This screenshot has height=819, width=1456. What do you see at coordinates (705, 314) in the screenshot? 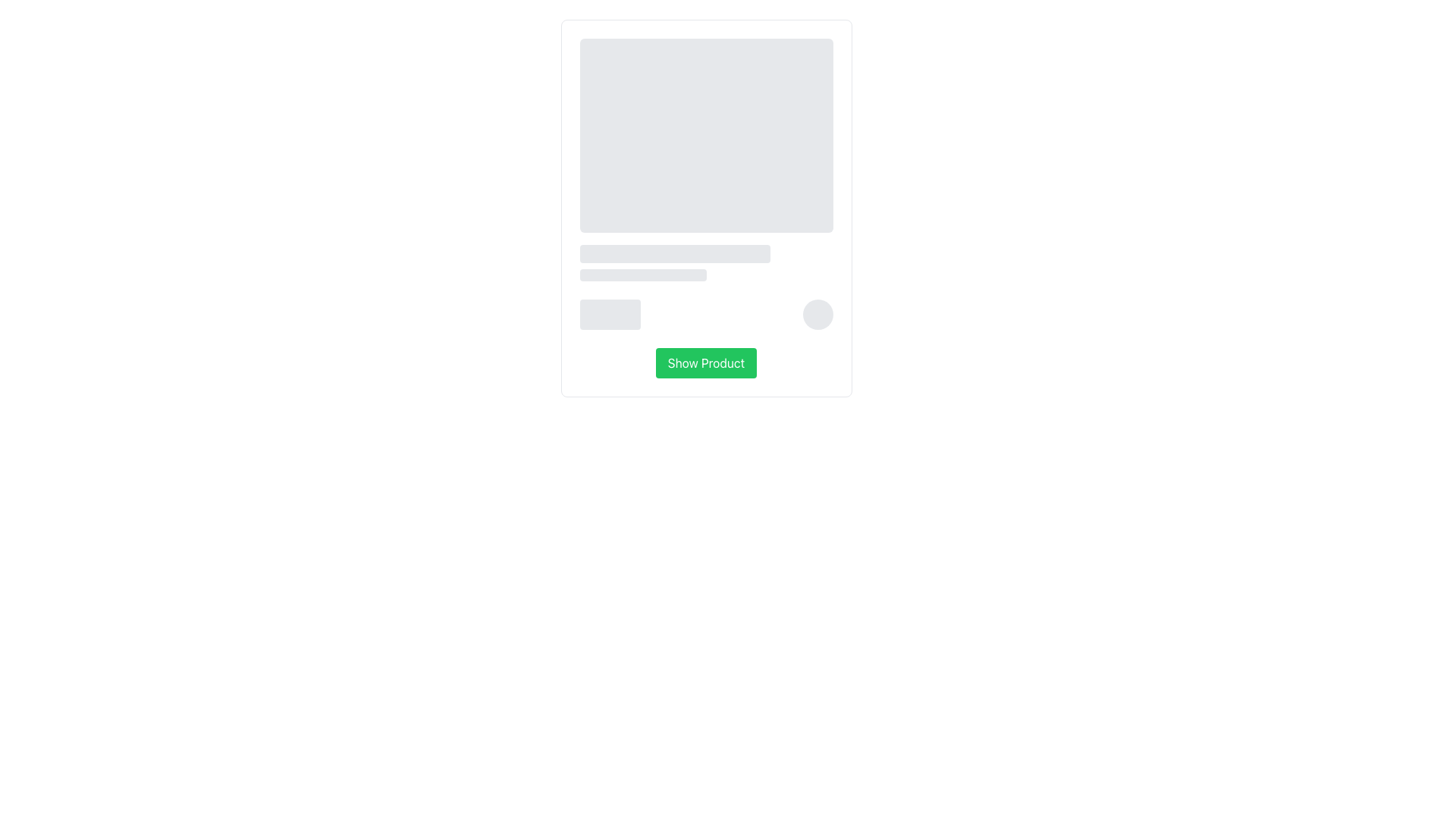
I see `the Skeleton loader layout, which consists of a light gray rectangular shape with rounded corners on the left and a light gray circular shape on the right, positioned above the 'Show Product' button` at bounding box center [705, 314].